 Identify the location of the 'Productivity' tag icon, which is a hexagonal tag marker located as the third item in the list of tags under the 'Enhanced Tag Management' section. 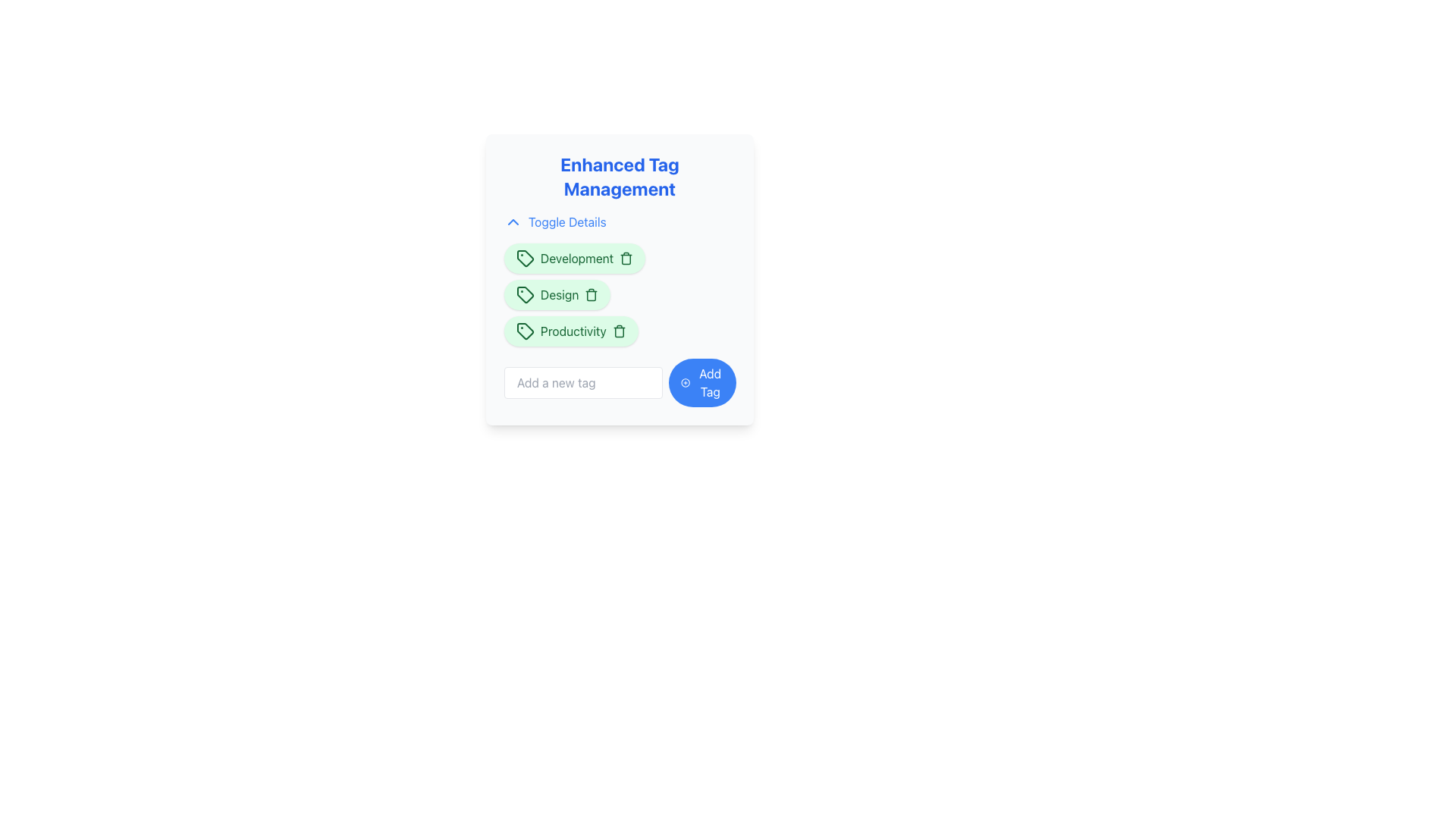
(525, 330).